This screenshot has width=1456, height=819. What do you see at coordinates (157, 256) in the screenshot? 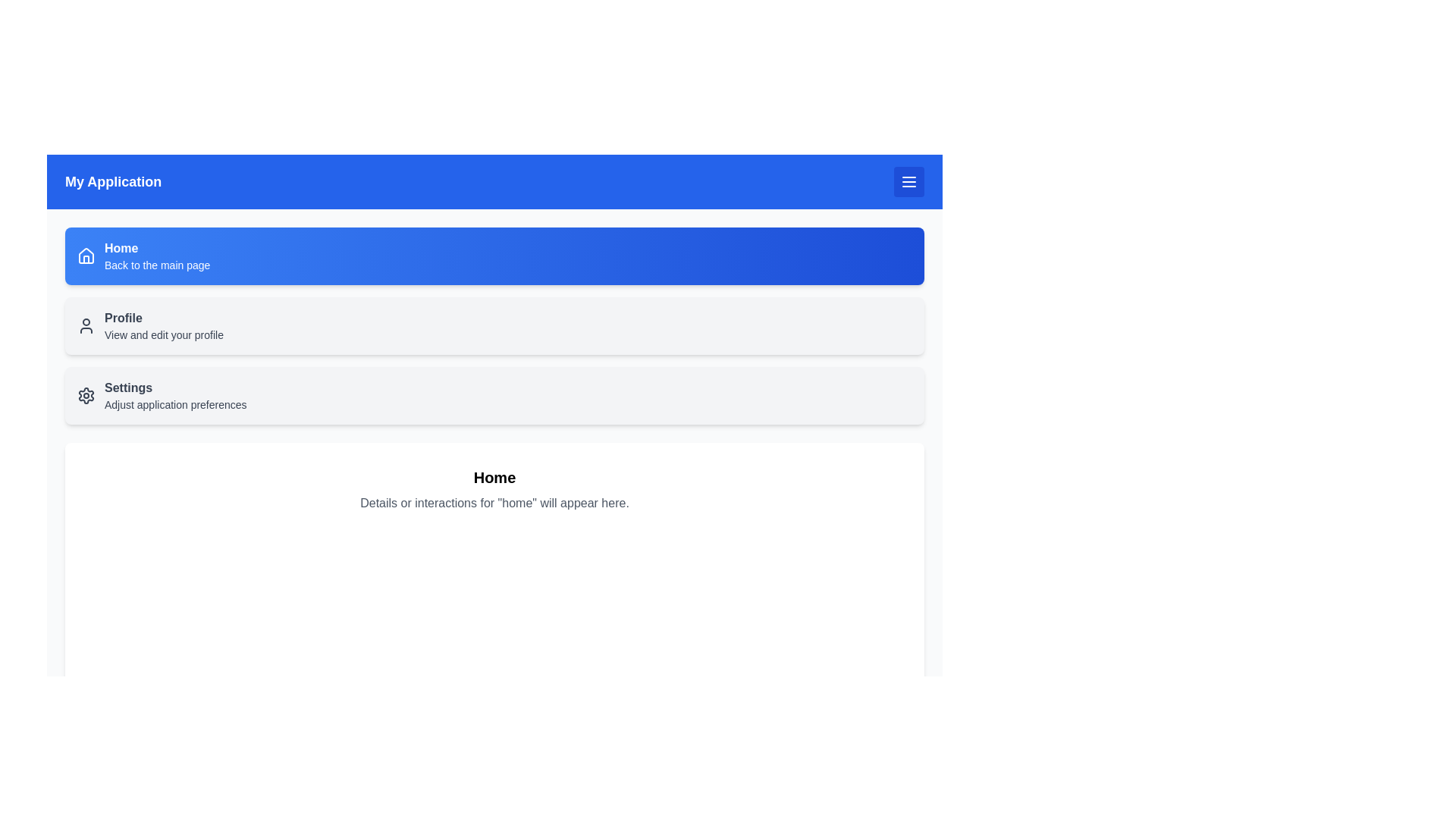
I see `the navigational button that directs users back to the homepage, located at the top left area of the interface, below the application header bar` at bounding box center [157, 256].